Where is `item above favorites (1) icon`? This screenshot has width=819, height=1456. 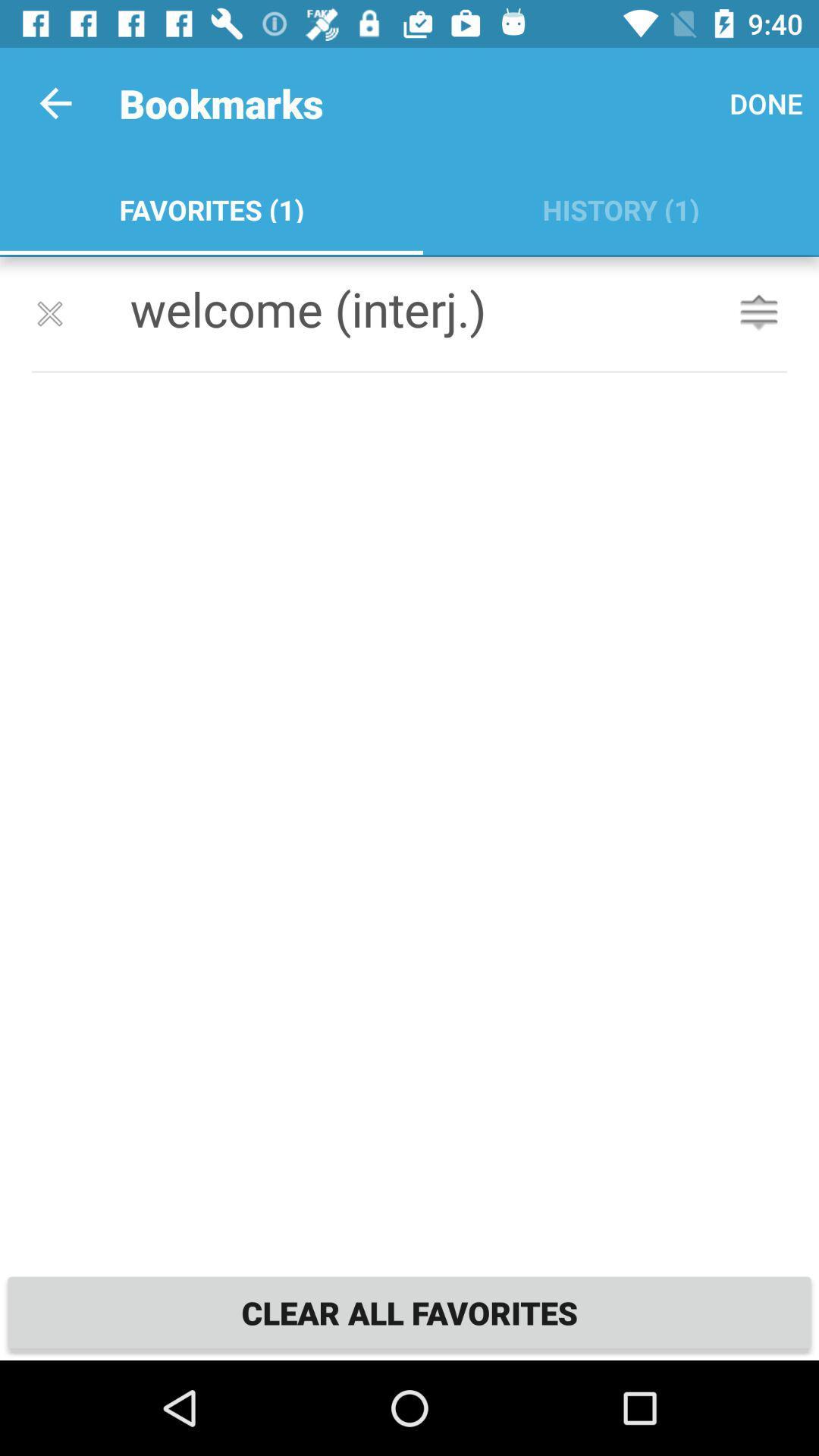 item above favorites (1) icon is located at coordinates (55, 102).